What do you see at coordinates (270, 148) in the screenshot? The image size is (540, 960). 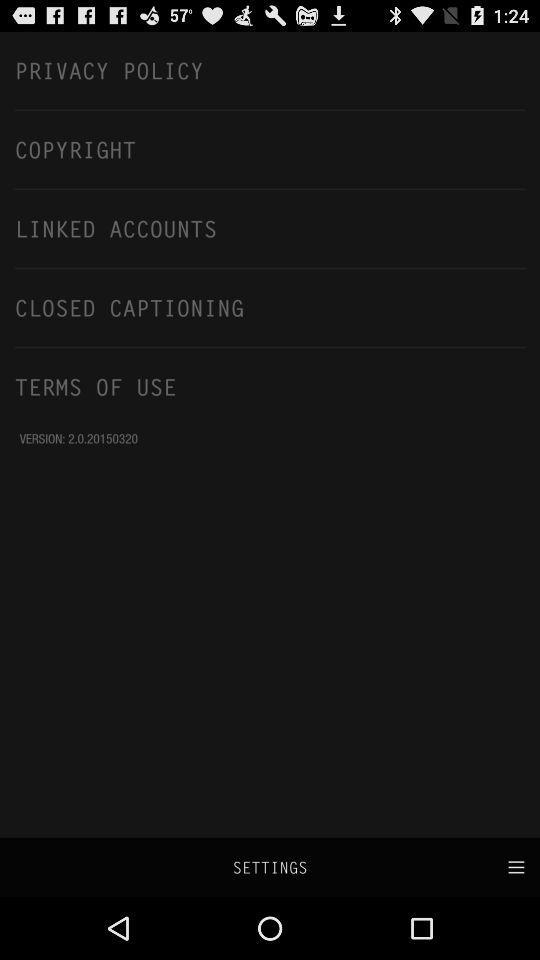 I see `the copyright` at bounding box center [270, 148].